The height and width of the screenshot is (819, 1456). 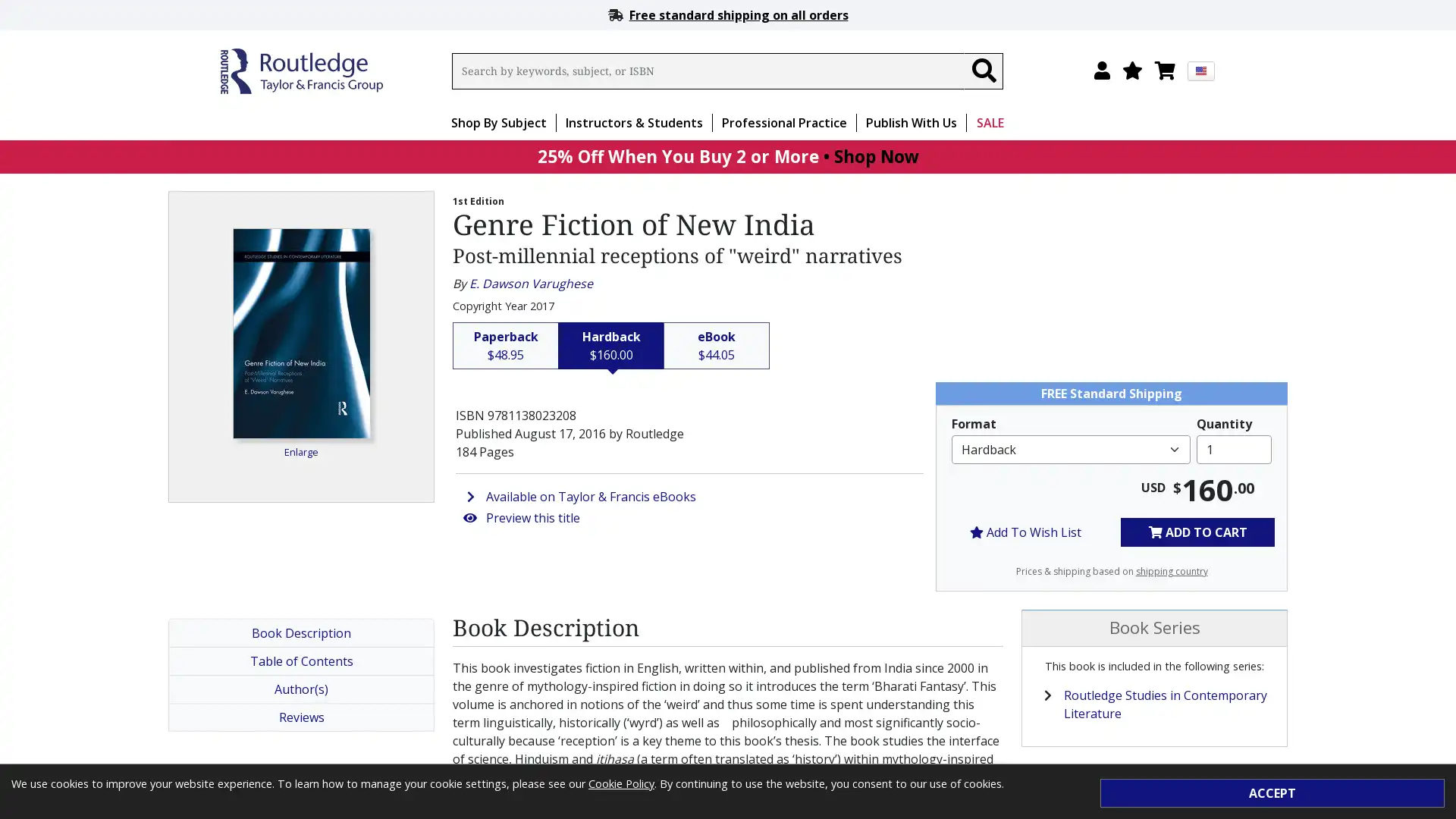 I want to click on Hardback $160.00, so click(x=611, y=345).